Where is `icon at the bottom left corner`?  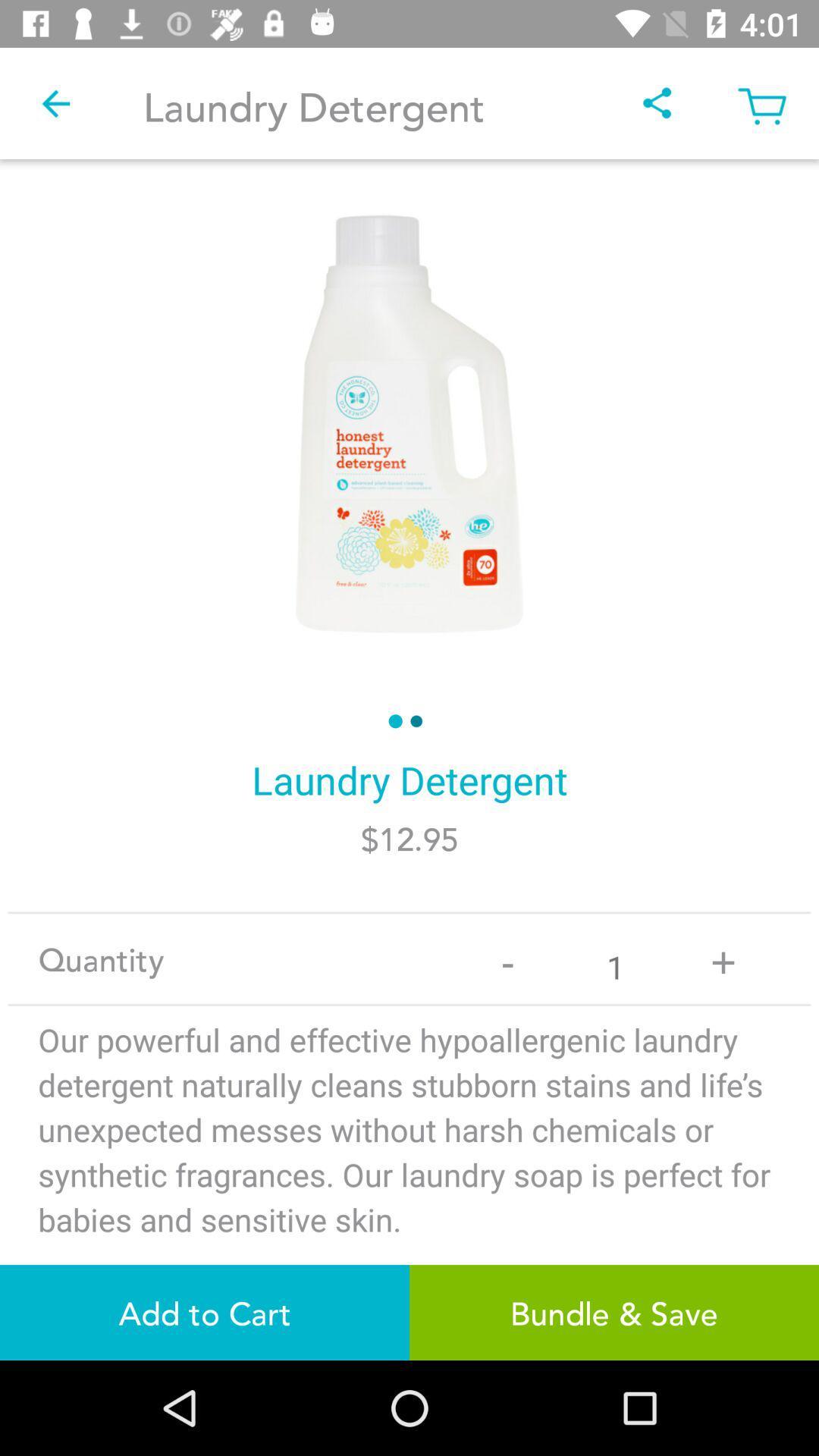 icon at the bottom left corner is located at coordinates (205, 1312).